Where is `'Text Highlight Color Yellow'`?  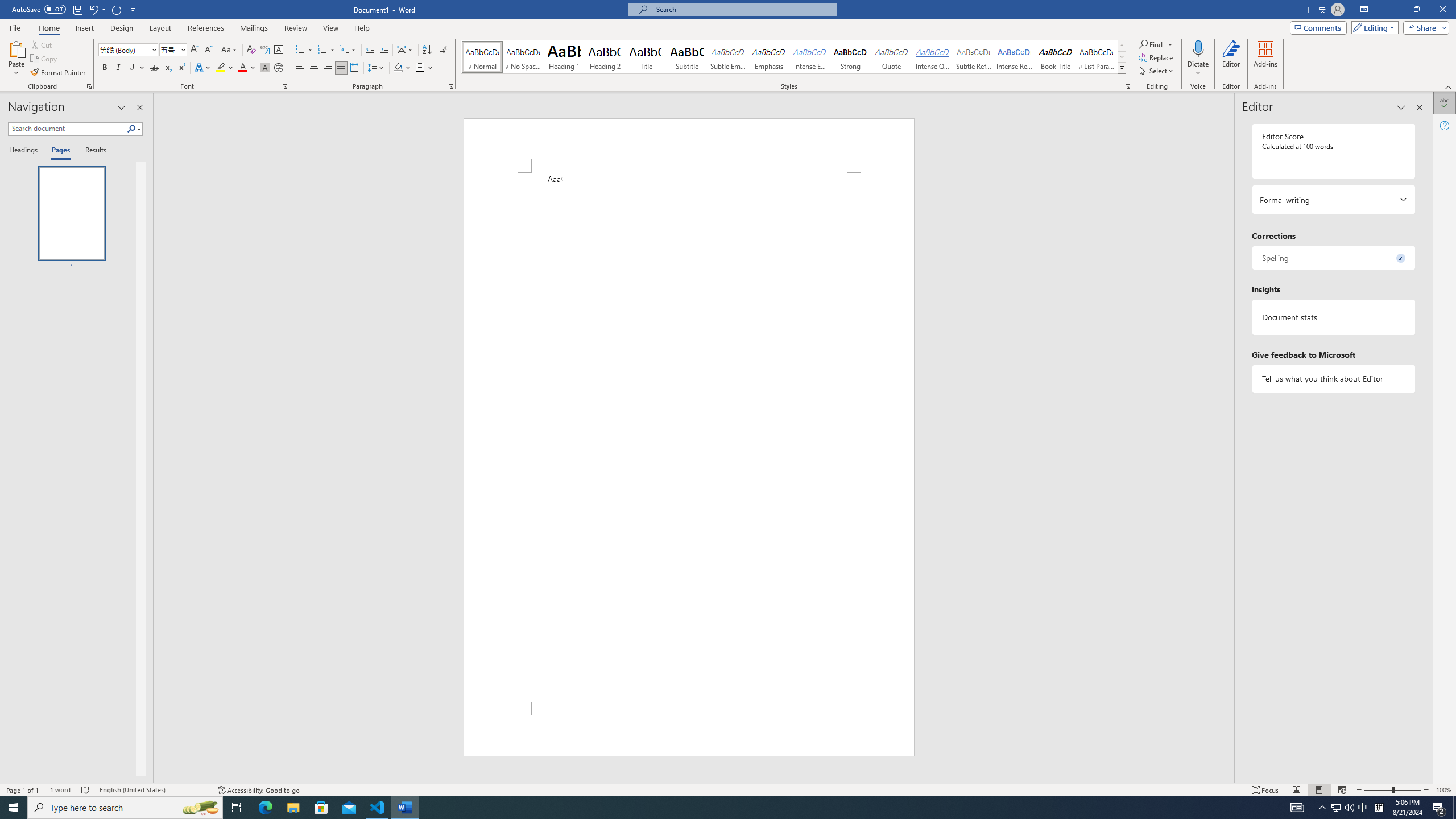
'Text Highlight Color Yellow' is located at coordinates (220, 67).